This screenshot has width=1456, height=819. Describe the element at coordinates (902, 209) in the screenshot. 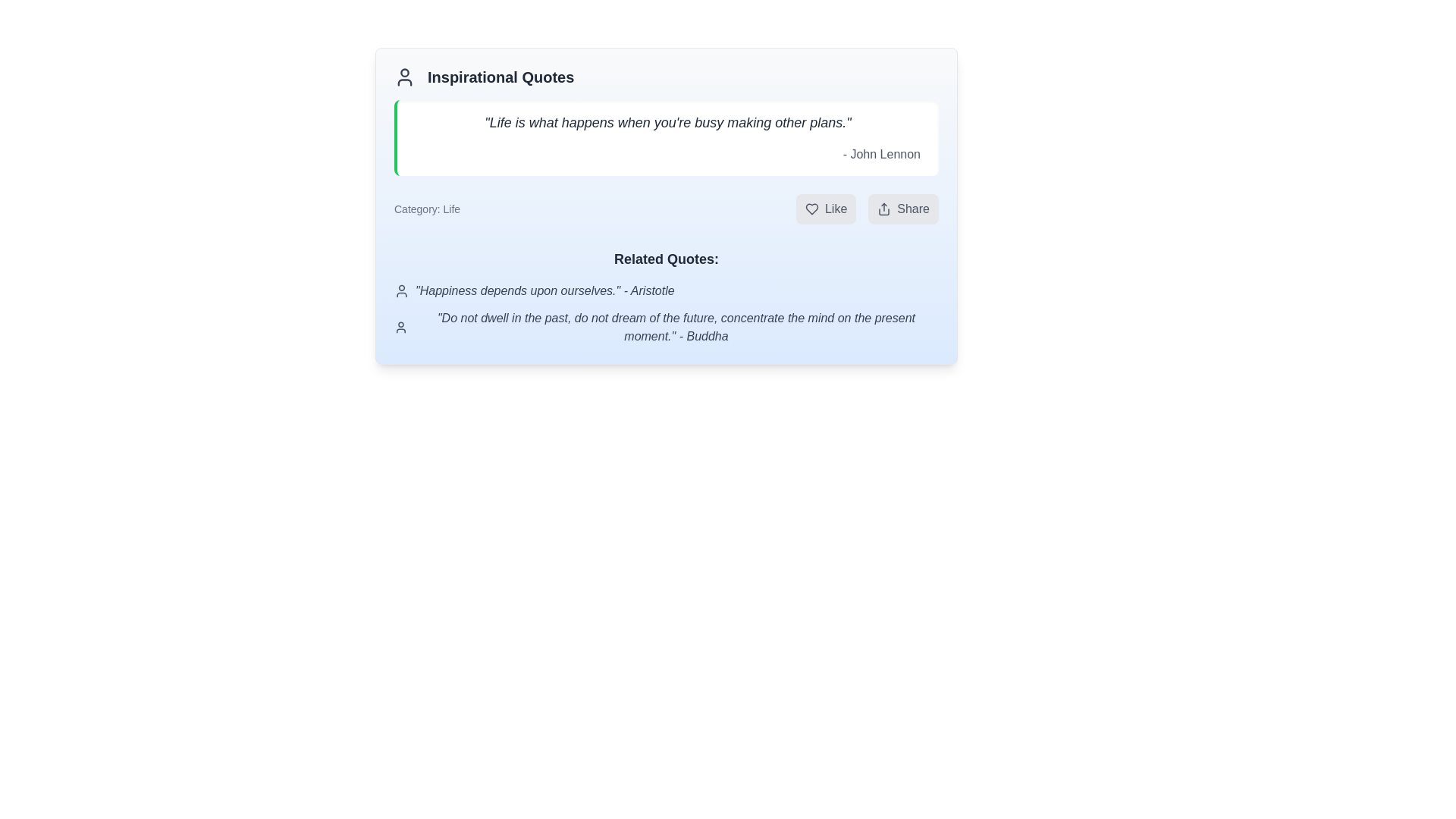

I see `the share button located at the bottom right of the card layout to initiate the sharing functionality for the content presented` at that location.